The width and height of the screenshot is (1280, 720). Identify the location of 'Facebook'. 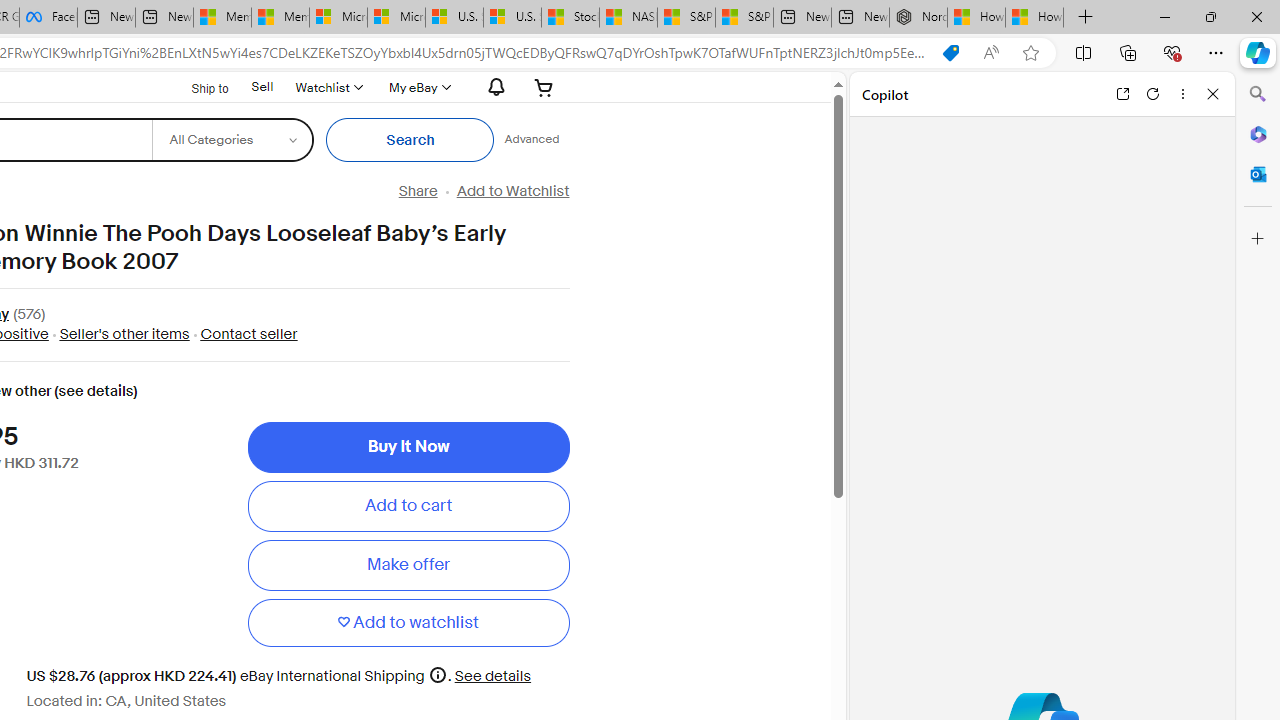
(48, 17).